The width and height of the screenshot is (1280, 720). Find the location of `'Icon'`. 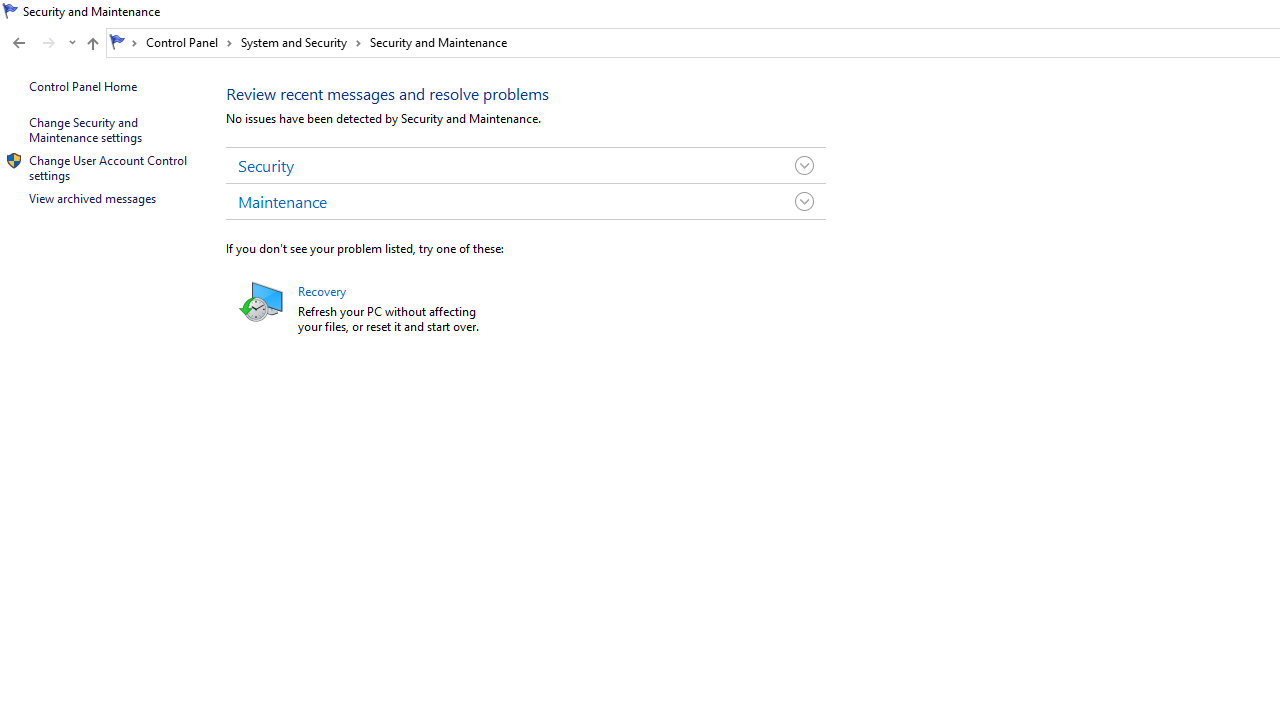

'Icon' is located at coordinates (14, 159).